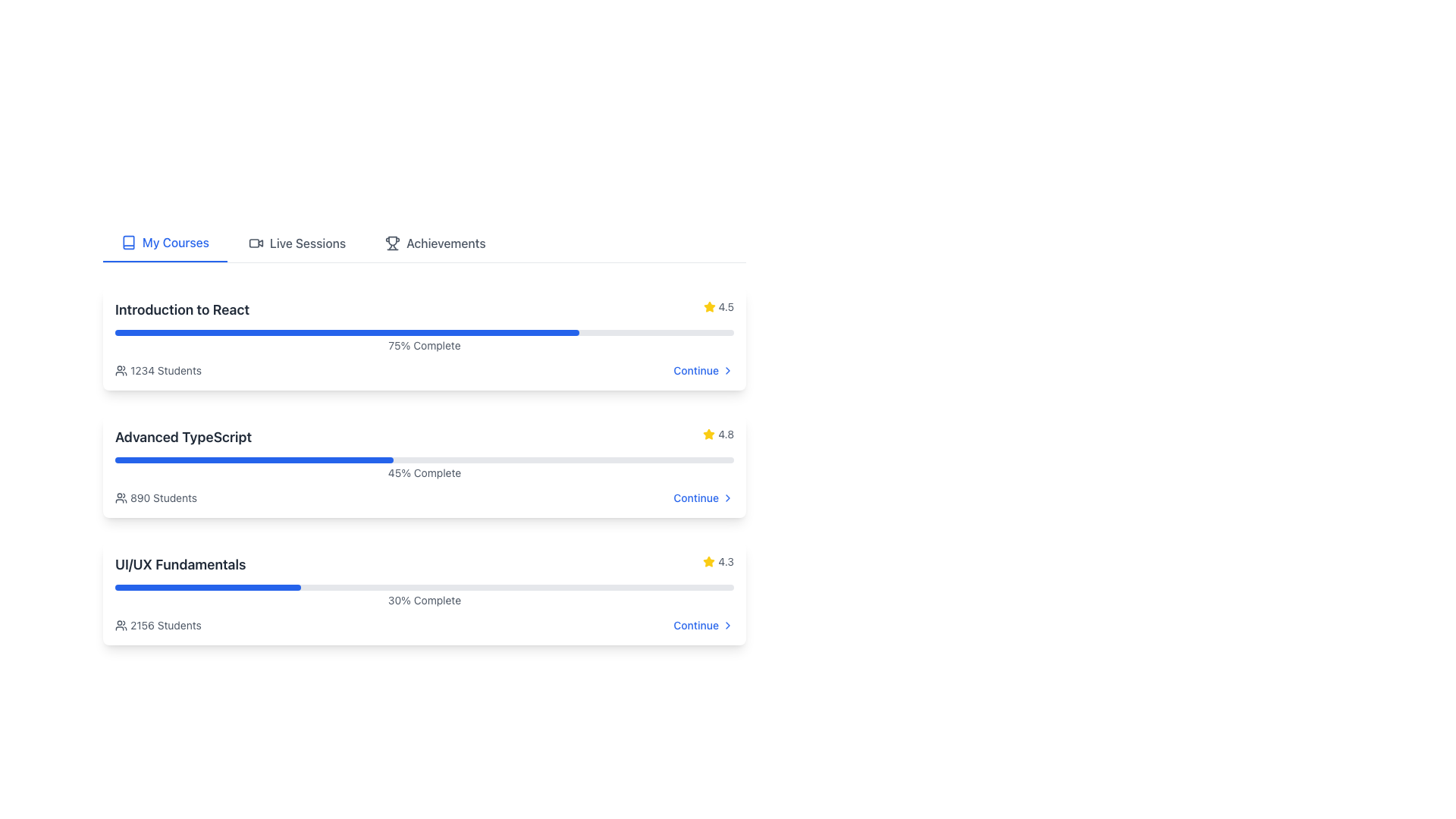 The height and width of the screenshot is (819, 1456). Describe the element at coordinates (728, 371) in the screenshot. I see `the button-like SVG icon that is positioned to the right of the 'Continue' text in the 'Introduction to React' section for accessibility purposes` at that location.